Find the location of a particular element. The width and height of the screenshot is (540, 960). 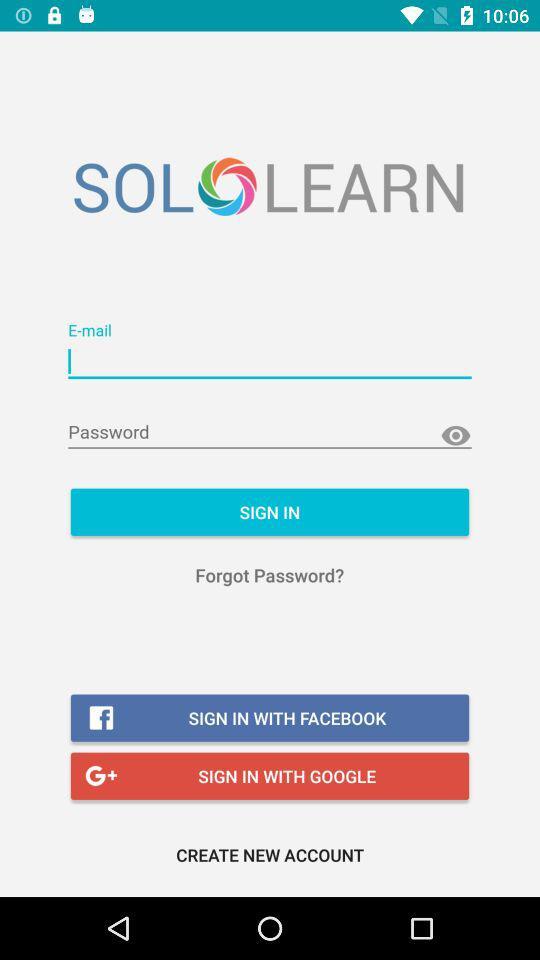

item below sign in with icon is located at coordinates (270, 853).